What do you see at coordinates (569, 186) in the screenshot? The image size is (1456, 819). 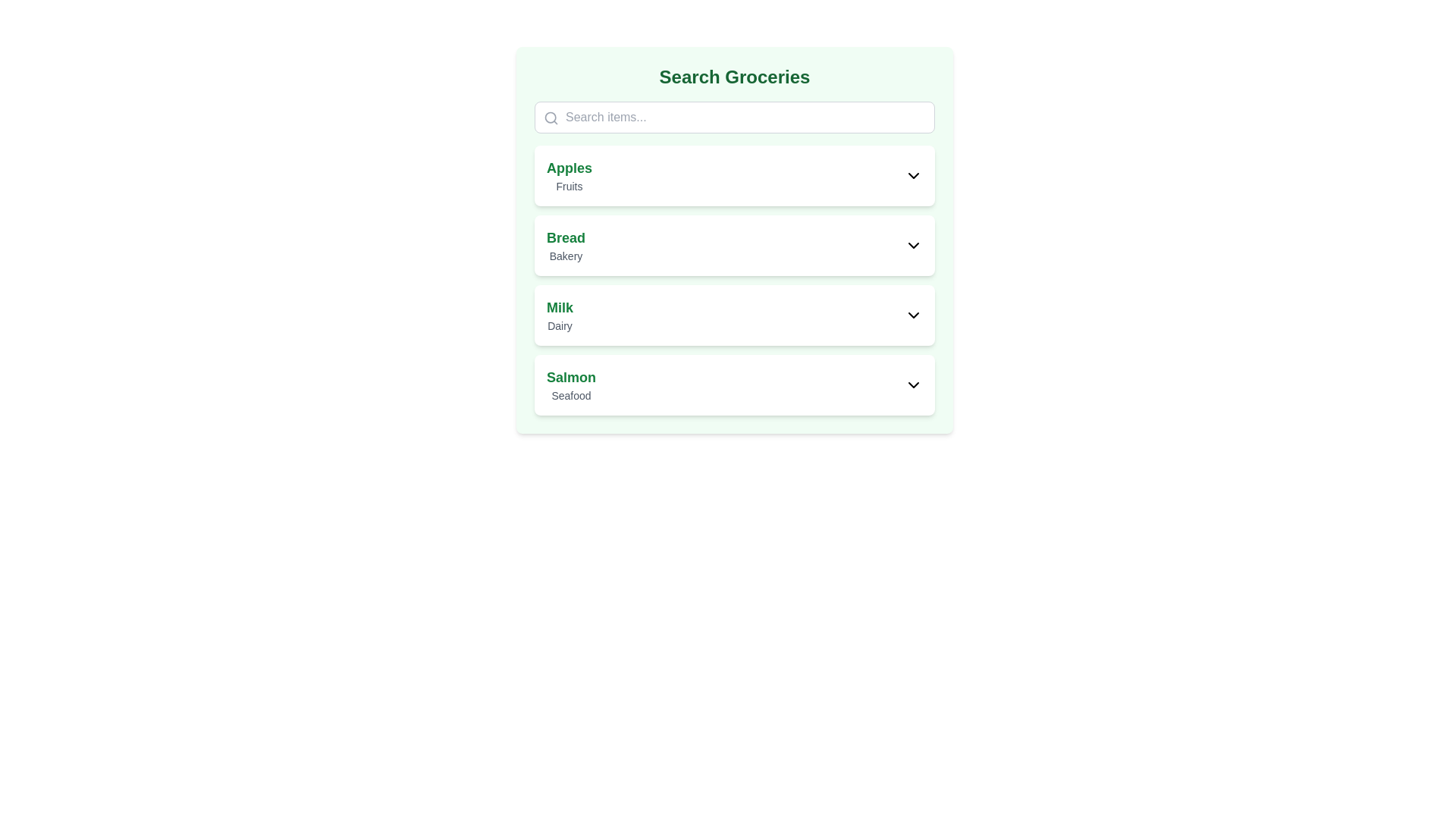 I see `the text label that serves as a category tag for 'Apples' located beneath it in the grocery list` at bounding box center [569, 186].